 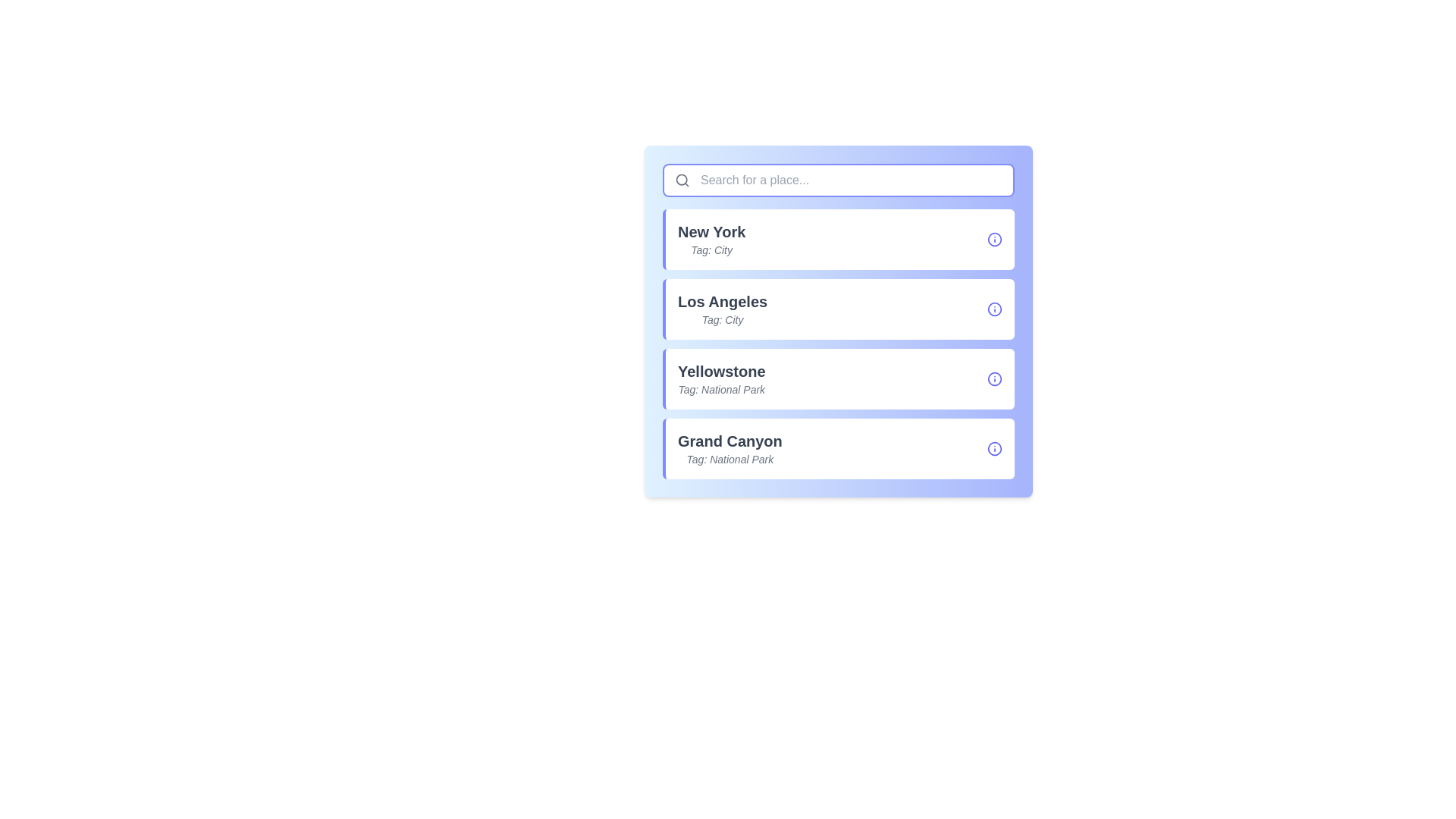 I want to click on the circular shape of the search icon located at the far left inside the rectangular search bar at the top of the interface, so click(x=681, y=179).